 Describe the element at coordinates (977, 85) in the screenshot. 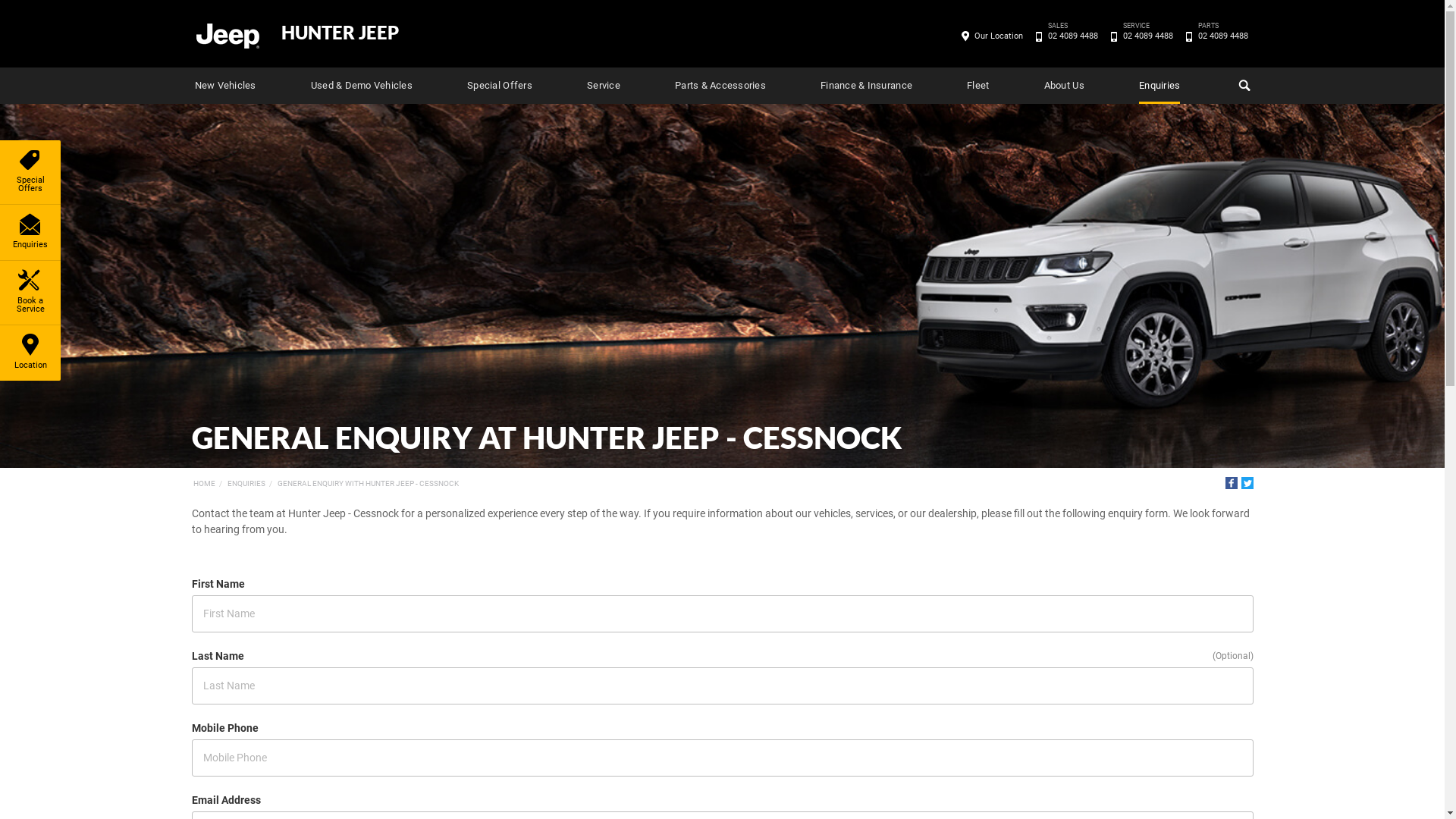

I see `'Fleet'` at that location.